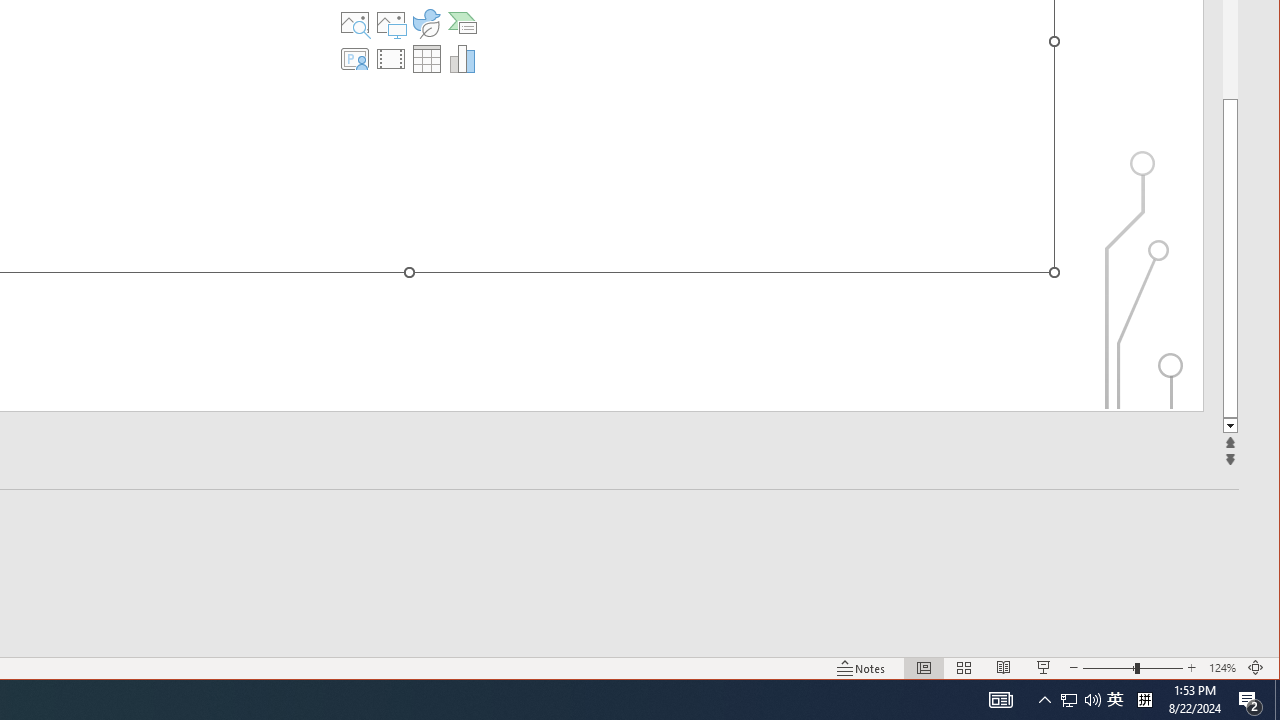 This screenshot has height=720, width=1280. What do you see at coordinates (355, 58) in the screenshot?
I see `'Insert Cameo'` at bounding box center [355, 58].